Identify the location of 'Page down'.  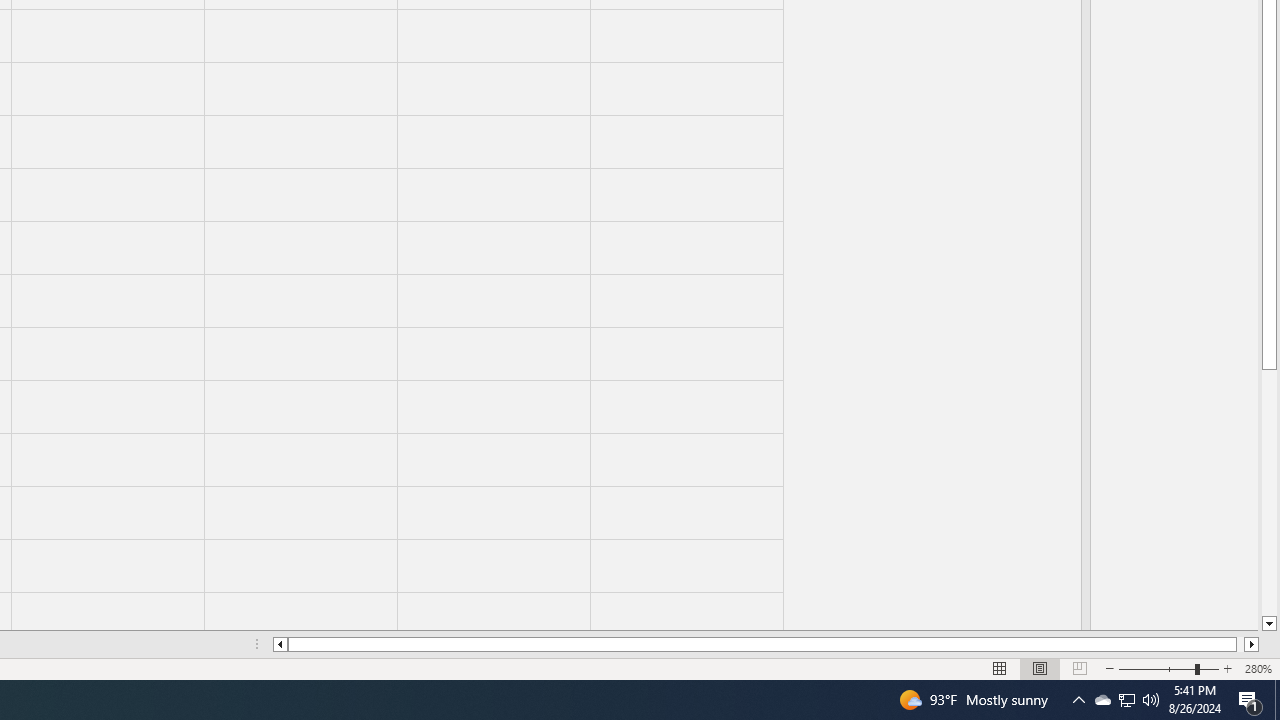
(1268, 493).